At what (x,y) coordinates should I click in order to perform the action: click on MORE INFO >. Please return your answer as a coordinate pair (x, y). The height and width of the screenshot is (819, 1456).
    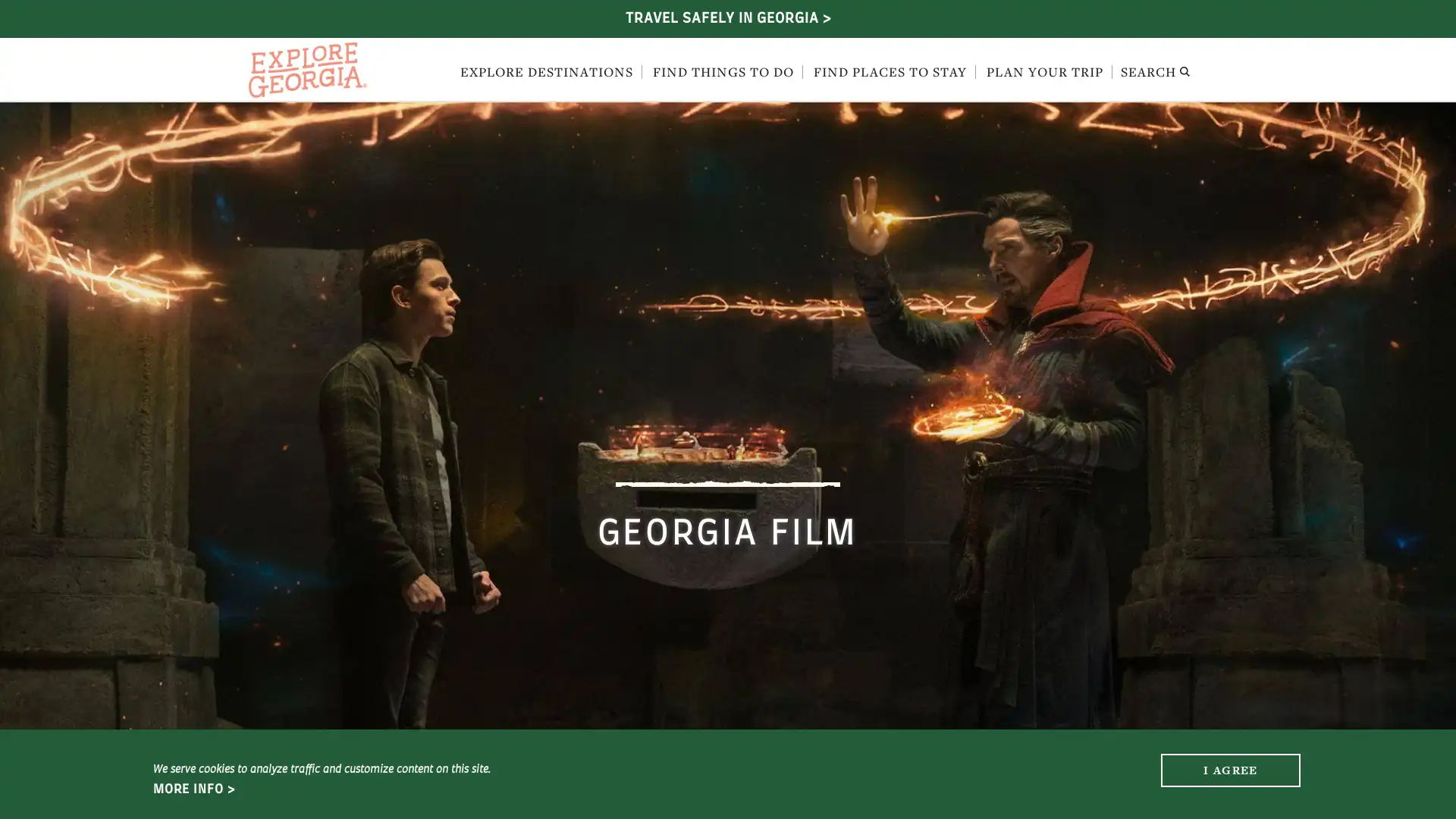
    Looking at the image, I should click on (193, 789).